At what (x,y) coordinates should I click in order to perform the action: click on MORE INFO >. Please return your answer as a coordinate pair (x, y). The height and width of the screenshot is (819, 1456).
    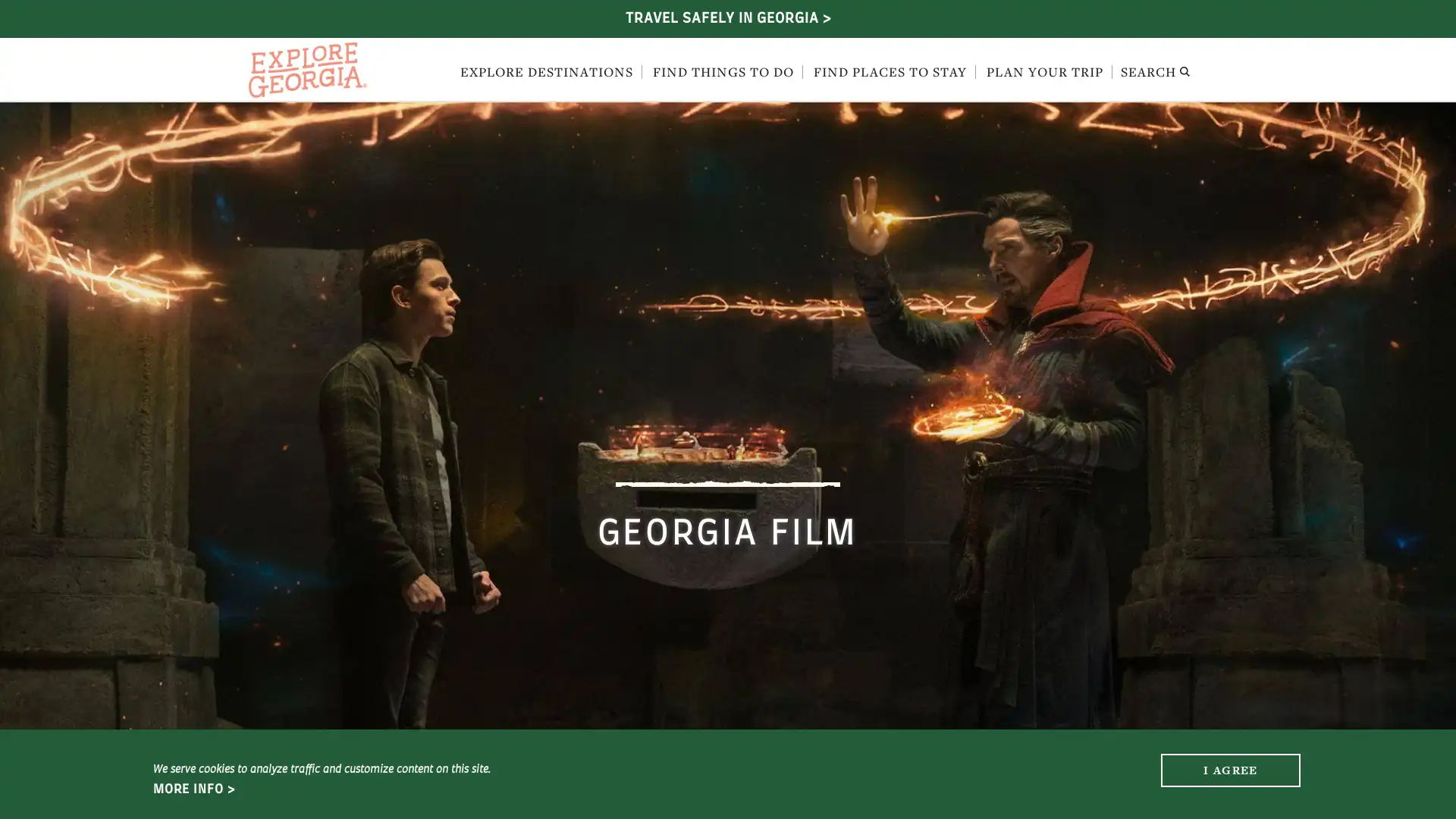
    Looking at the image, I should click on (193, 789).